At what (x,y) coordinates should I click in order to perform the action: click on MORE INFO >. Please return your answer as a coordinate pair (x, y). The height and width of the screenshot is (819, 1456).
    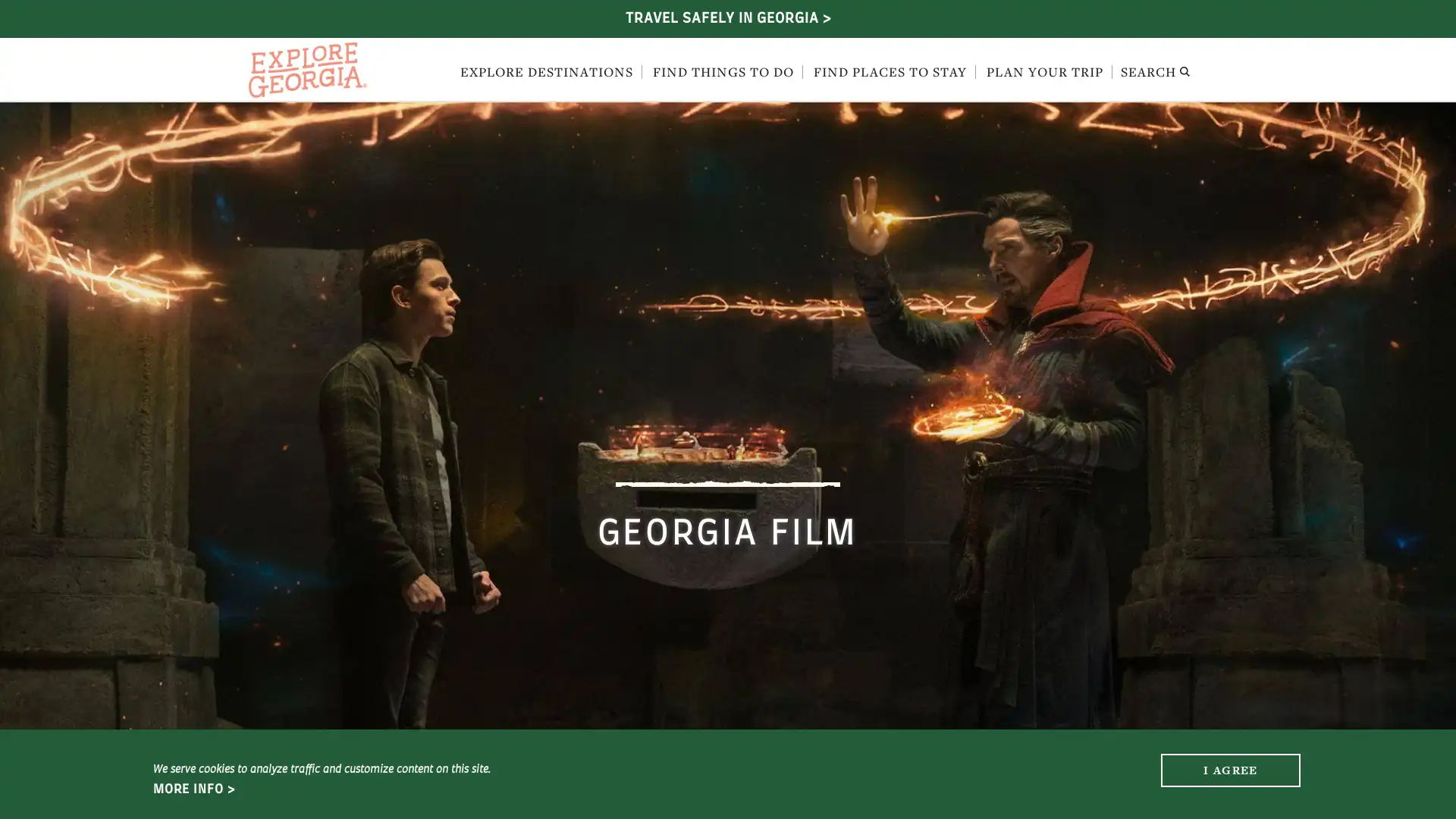
    Looking at the image, I should click on (193, 789).